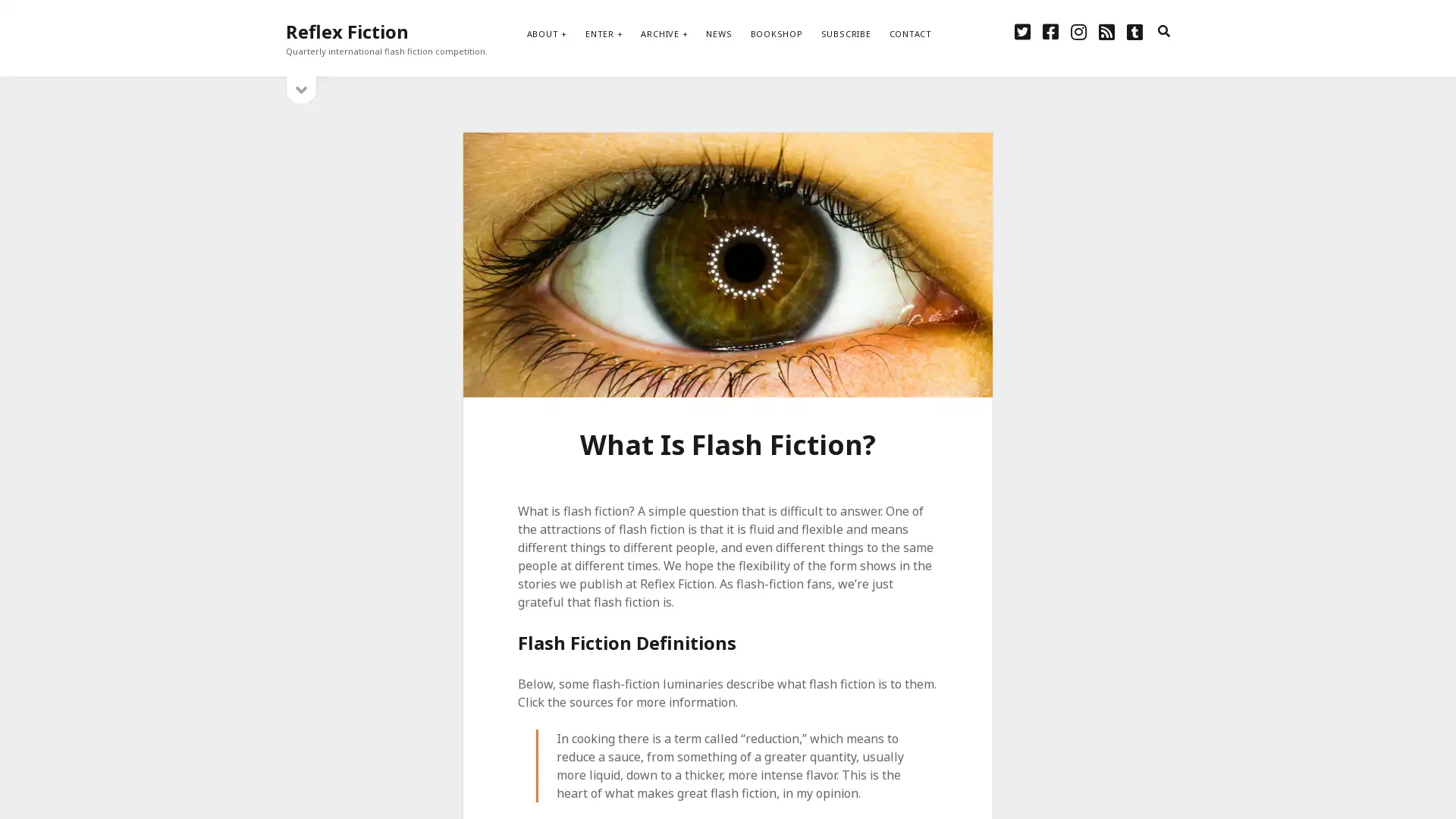 The width and height of the screenshot is (1456, 819). I want to click on Subscribe, so click(915, 175).